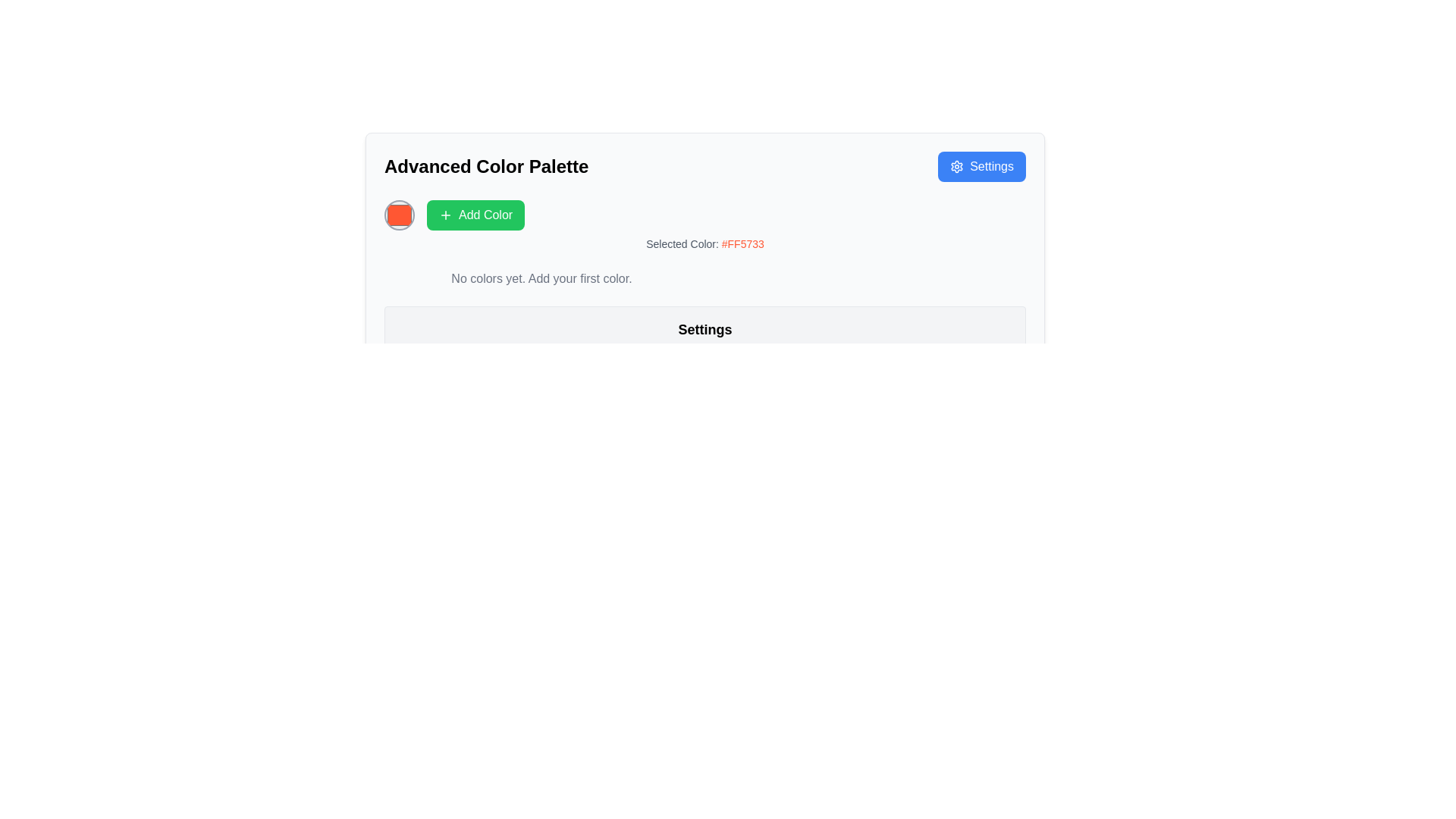 The width and height of the screenshot is (1456, 819). I want to click on the text displaying the color code '#FF5733', which is located at the end of the string 'Selected Color: #FF5733' and appears in a vibrant orange shade, so click(742, 243).